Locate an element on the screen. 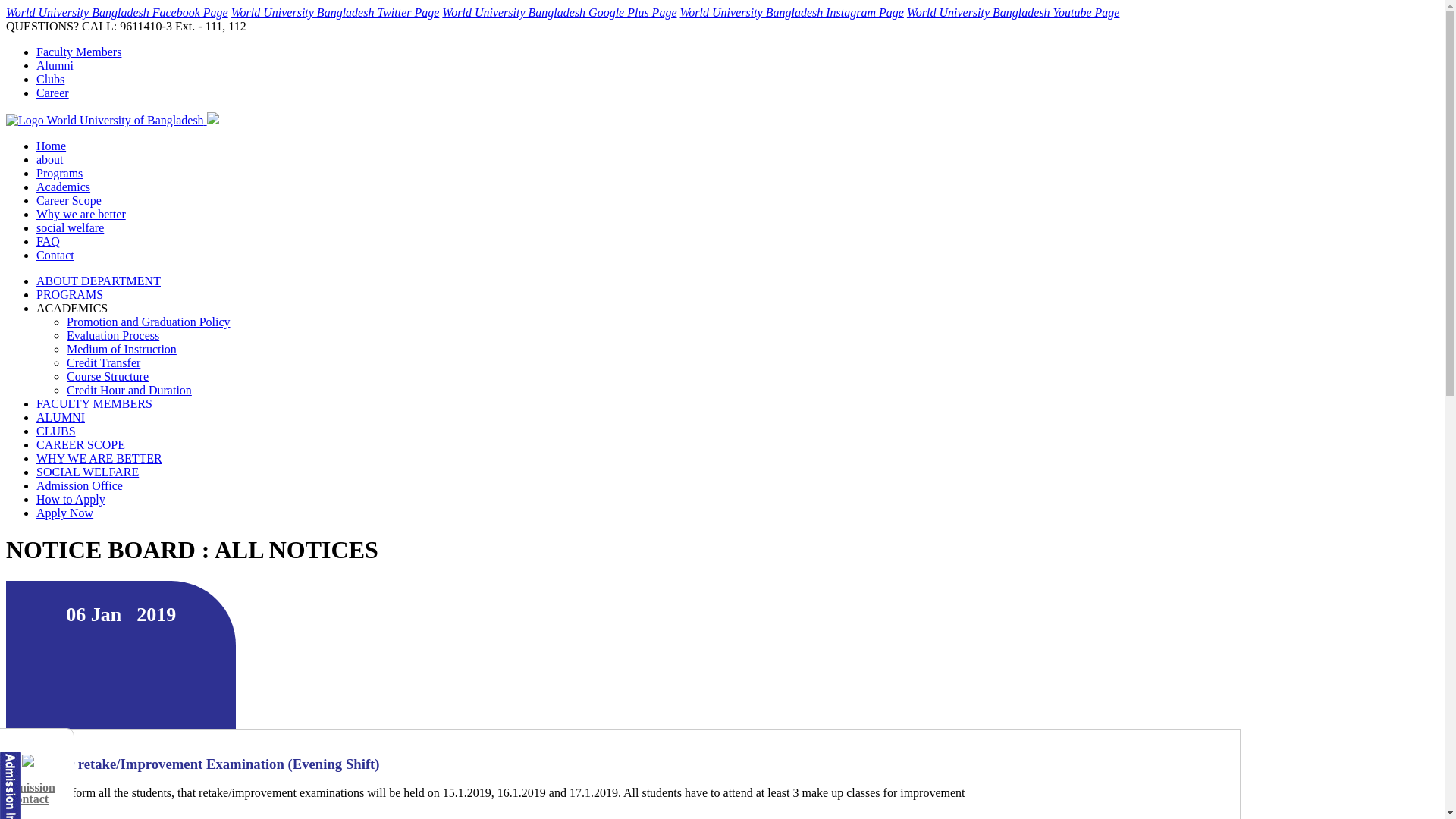 The width and height of the screenshot is (1456, 819). 'Credit Hour and Duration' is located at coordinates (129, 389).